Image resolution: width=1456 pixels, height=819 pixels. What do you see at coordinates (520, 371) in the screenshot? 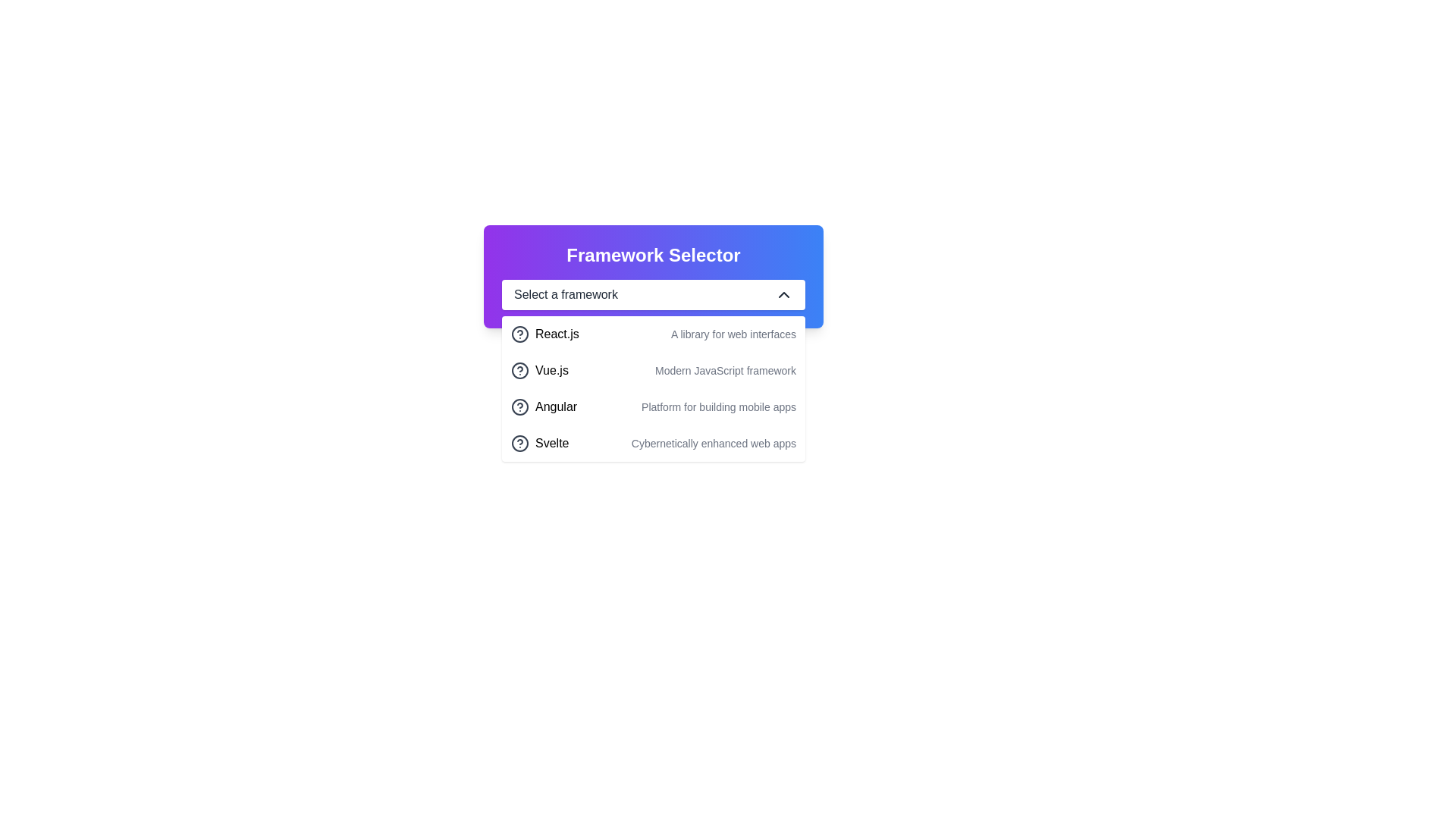
I see `the visual style of the central circle within the 'help circle' icon located to the left of the 'React.js' list item in the dropdown menu` at bounding box center [520, 371].